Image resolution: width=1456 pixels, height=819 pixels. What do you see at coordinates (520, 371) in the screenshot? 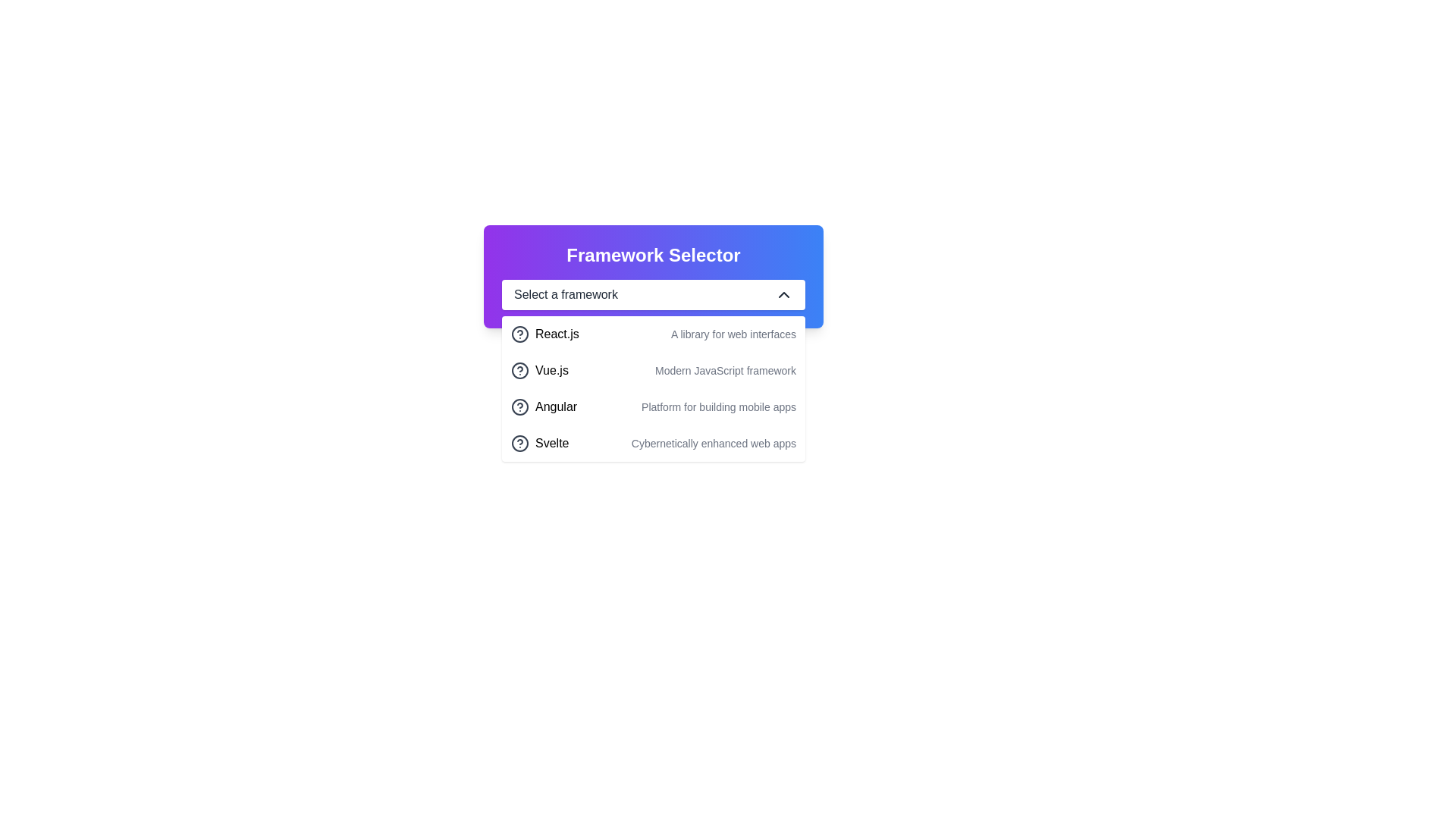
I see `the visual style of the central circle within the 'help circle' icon located to the left of the 'React.js' list item in the dropdown menu` at bounding box center [520, 371].